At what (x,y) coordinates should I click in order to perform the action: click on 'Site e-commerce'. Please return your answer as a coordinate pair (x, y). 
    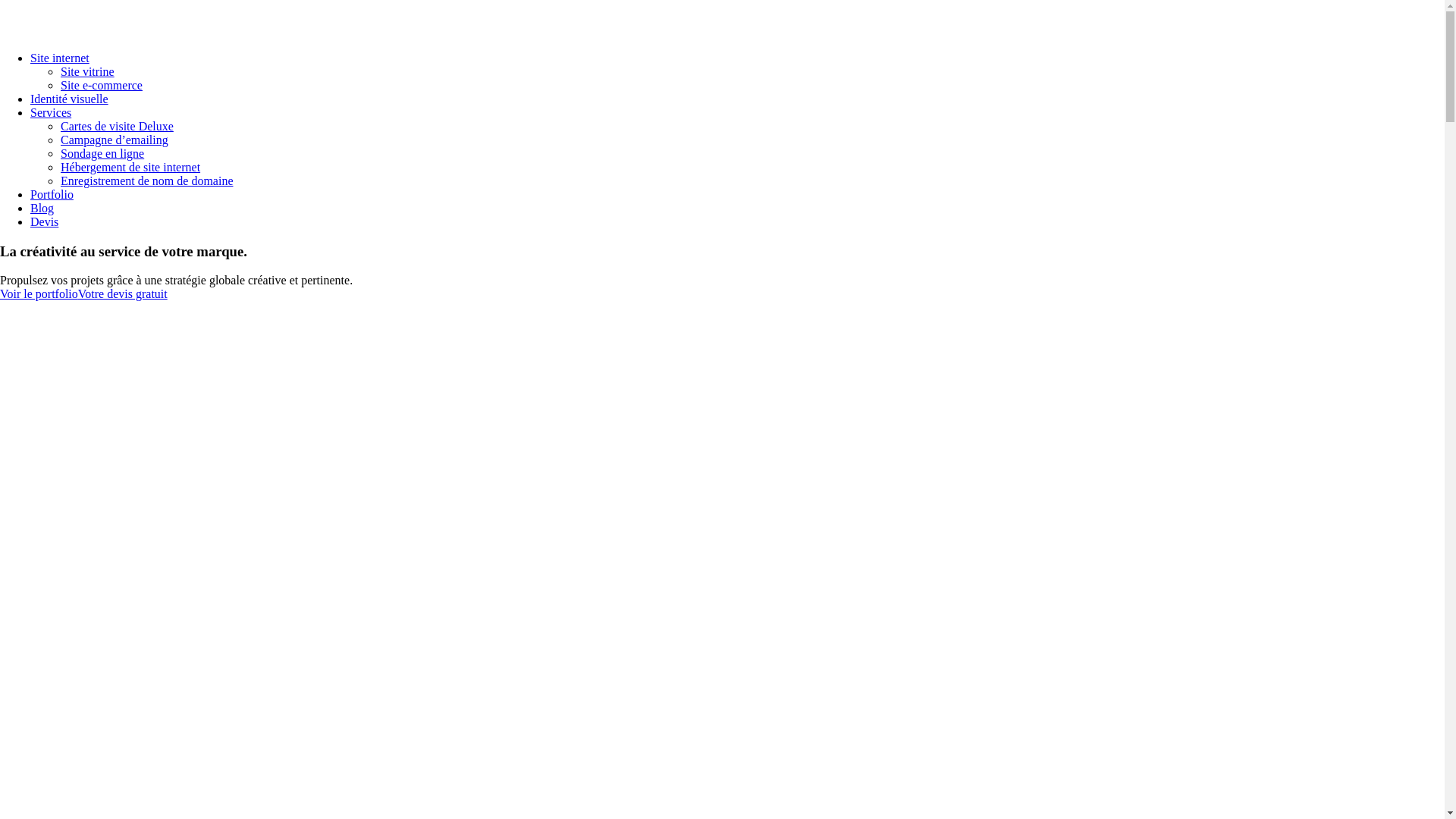
    Looking at the image, I should click on (101, 85).